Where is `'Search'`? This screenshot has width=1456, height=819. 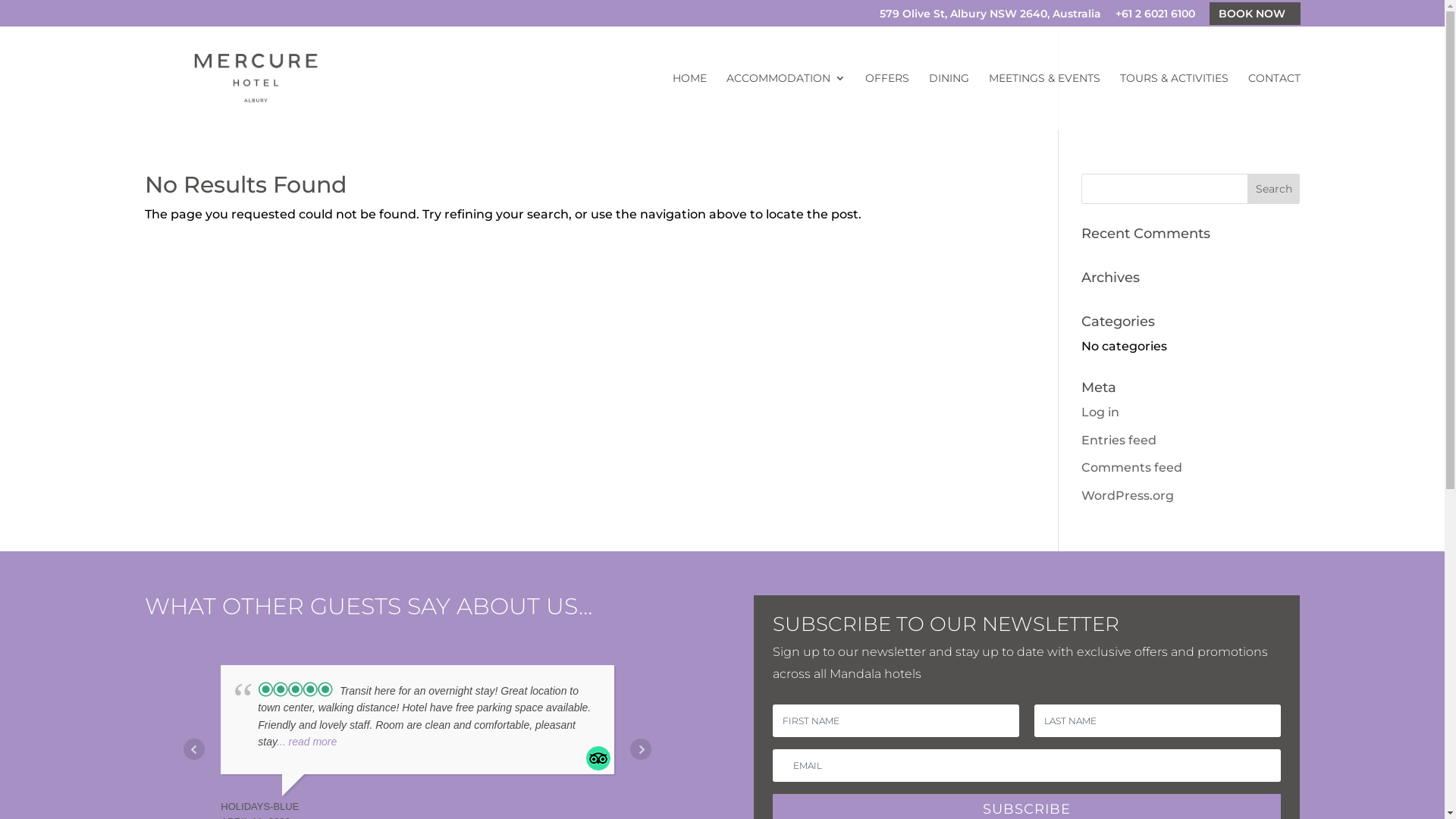
'Search' is located at coordinates (1274, 188).